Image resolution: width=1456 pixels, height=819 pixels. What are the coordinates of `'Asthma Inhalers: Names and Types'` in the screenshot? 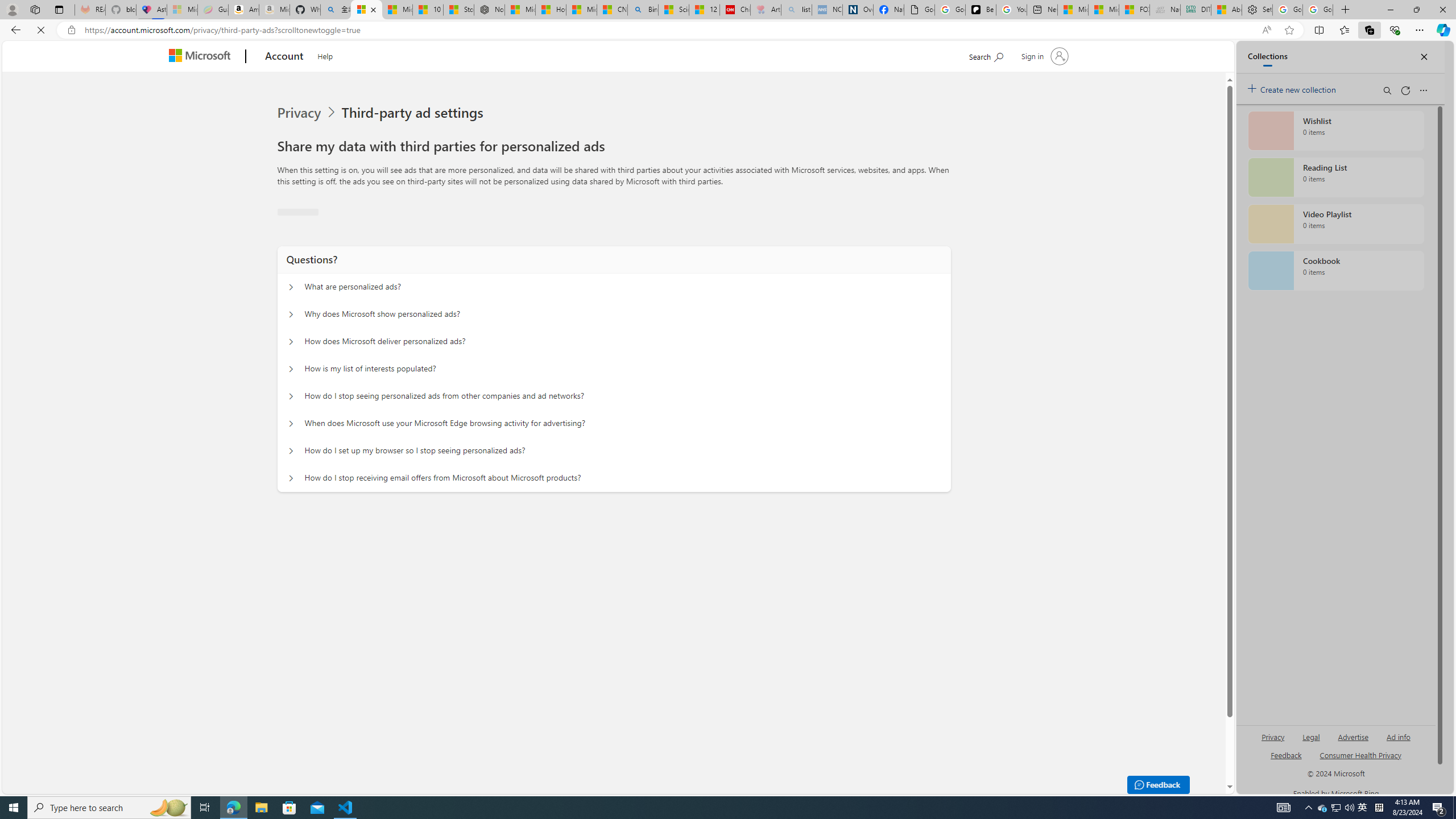 It's located at (151, 9).